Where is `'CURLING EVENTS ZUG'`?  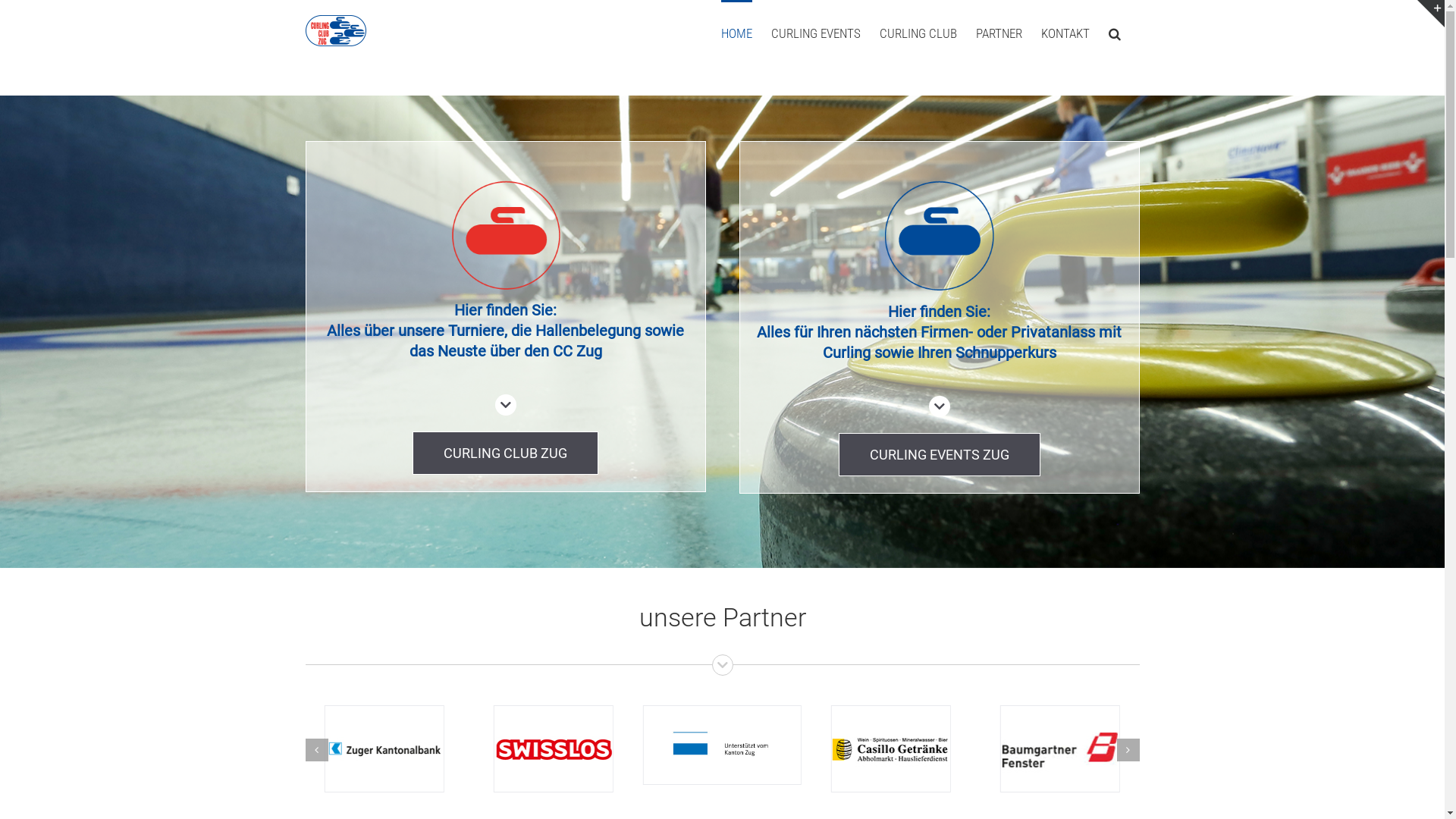 'CURLING EVENTS ZUG' is located at coordinates (837, 453).